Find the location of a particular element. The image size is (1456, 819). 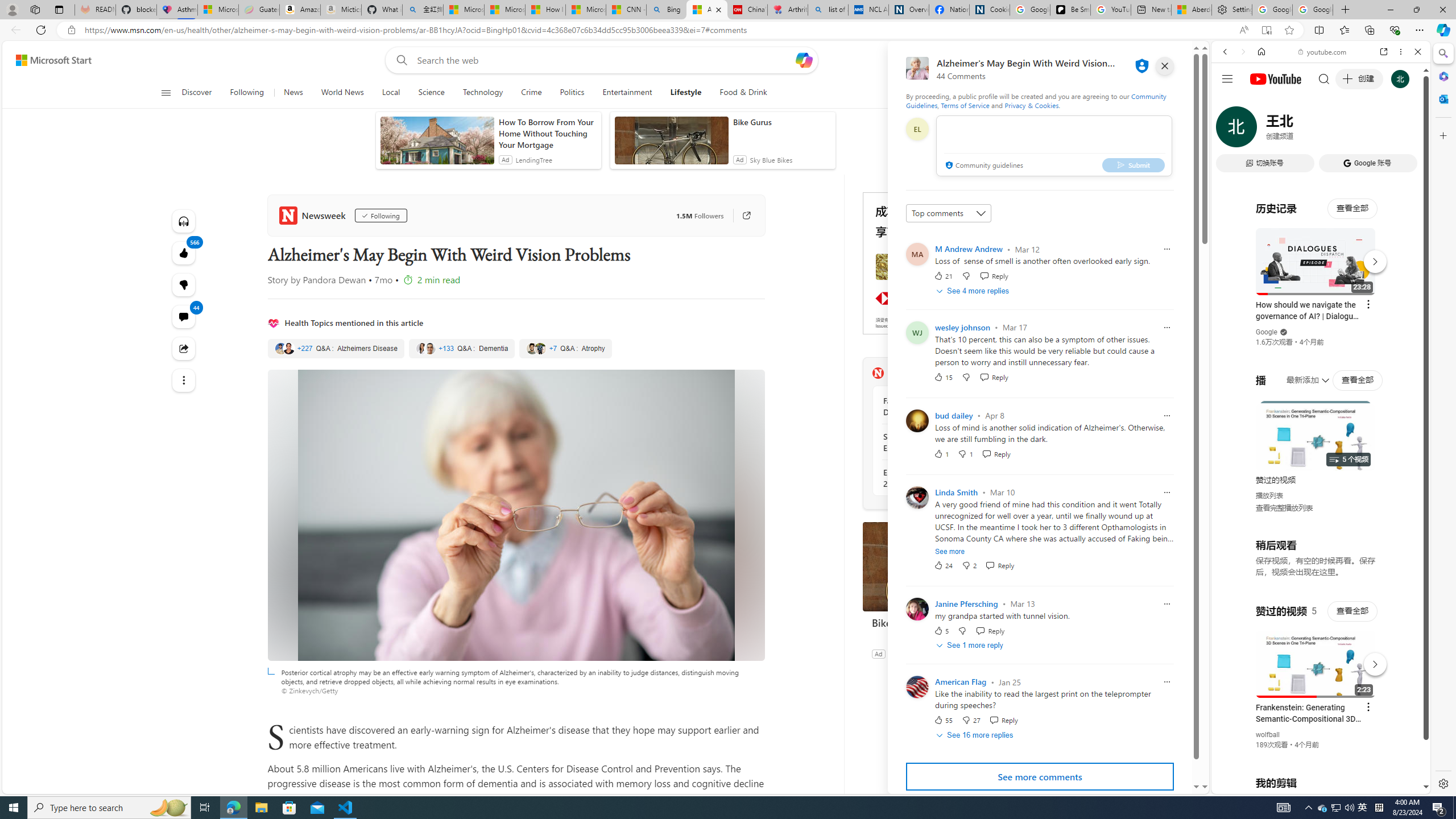

'American Flag' is located at coordinates (960, 681).